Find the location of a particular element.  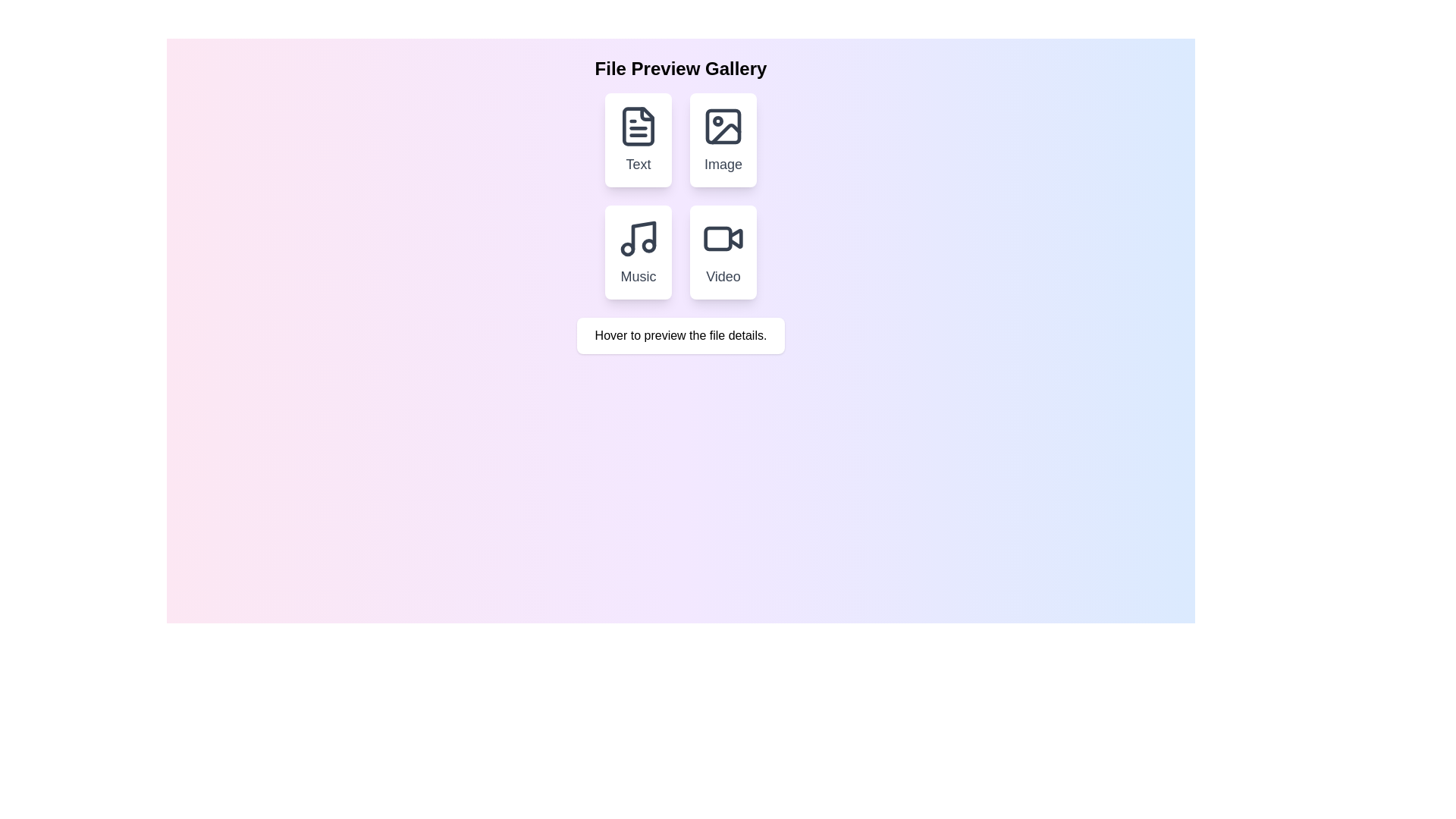

the smaller rightmost circle of the musical note icon in the 'Music' card, located in the lower left quadrant of the 2x2 grid interface is located at coordinates (648, 245).